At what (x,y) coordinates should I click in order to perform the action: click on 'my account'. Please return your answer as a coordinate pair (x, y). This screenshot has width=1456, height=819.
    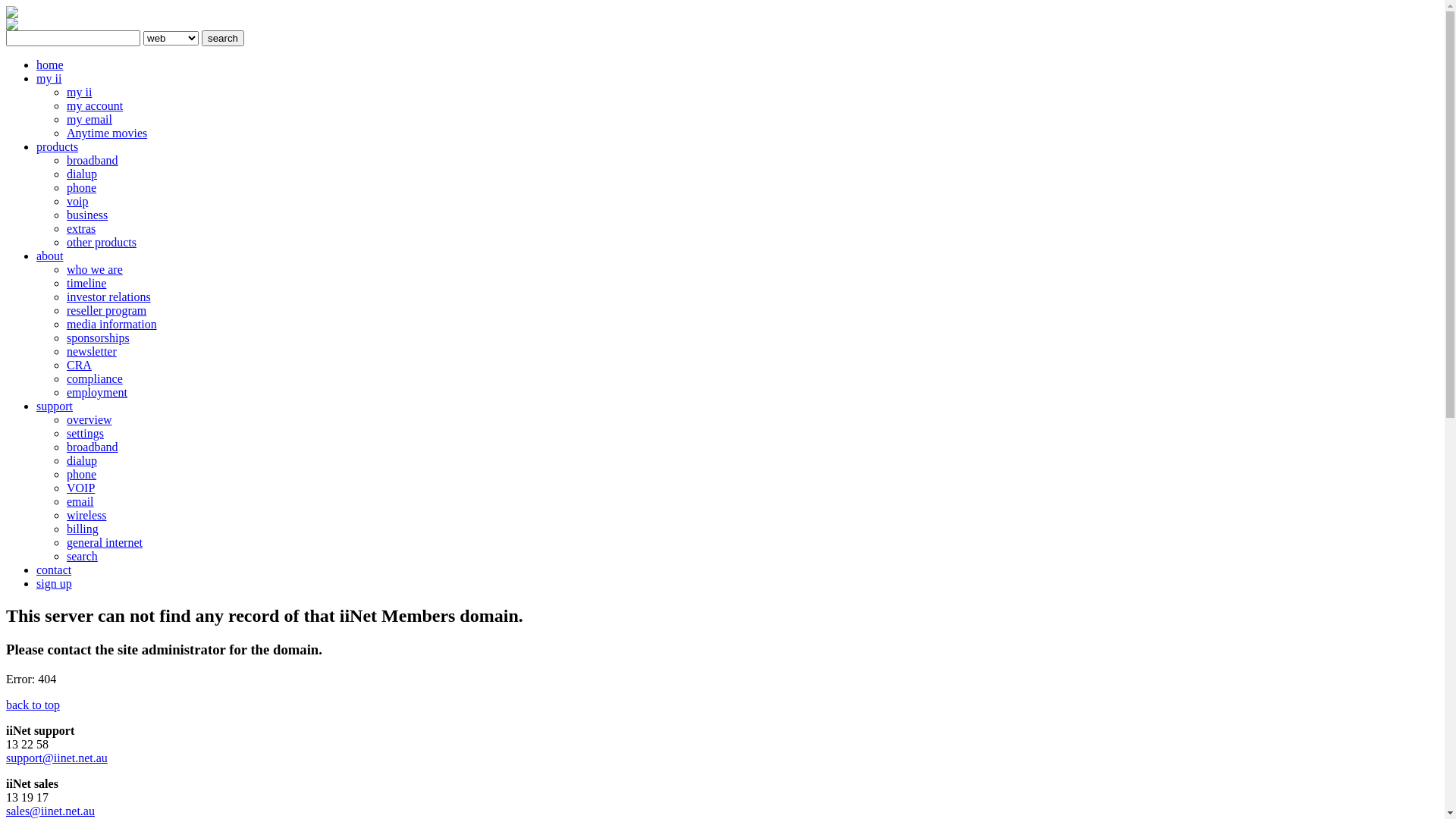
    Looking at the image, I should click on (93, 105).